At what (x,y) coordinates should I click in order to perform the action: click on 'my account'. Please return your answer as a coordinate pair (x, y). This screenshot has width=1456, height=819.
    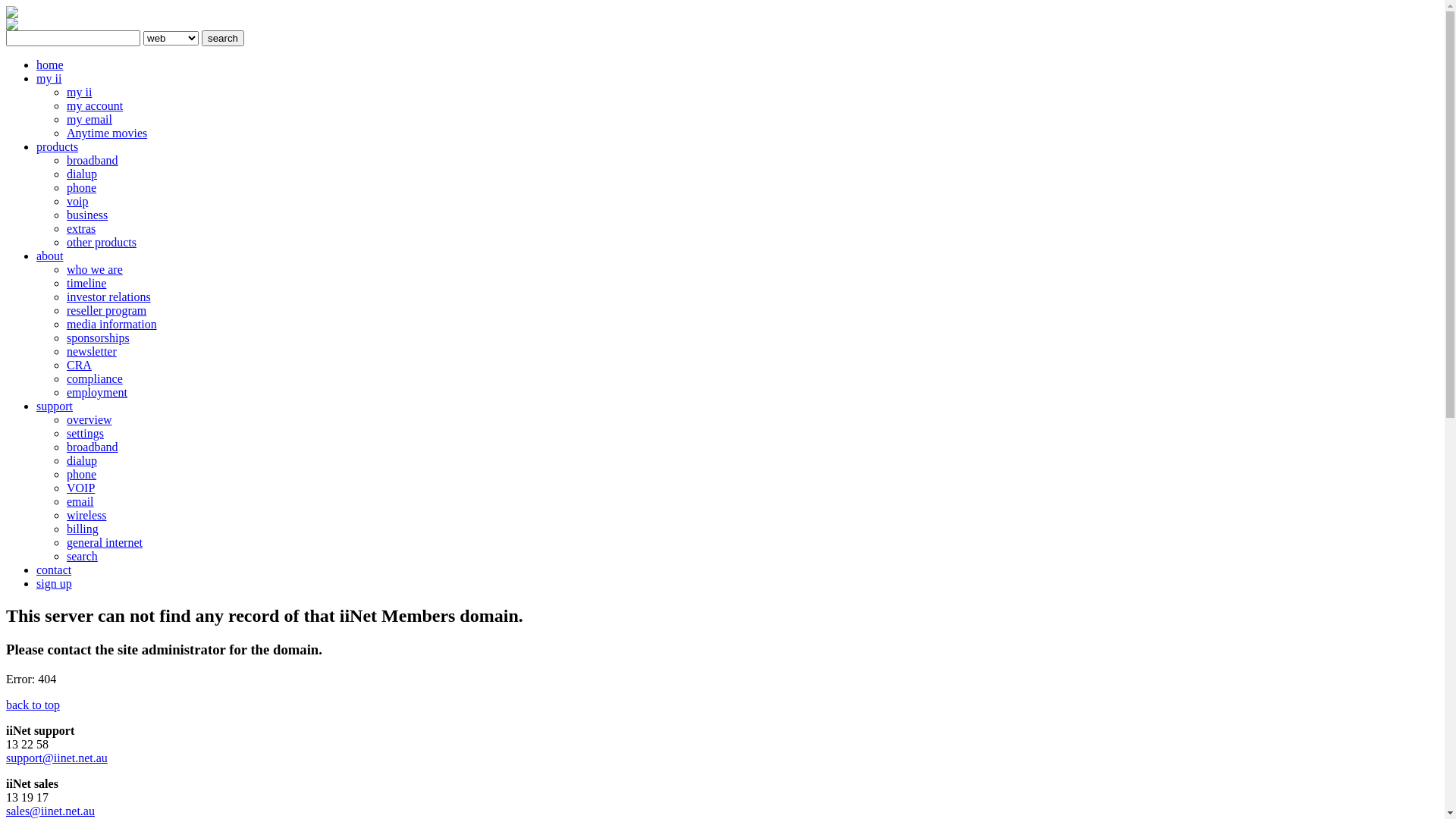
    Looking at the image, I should click on (93, 105).